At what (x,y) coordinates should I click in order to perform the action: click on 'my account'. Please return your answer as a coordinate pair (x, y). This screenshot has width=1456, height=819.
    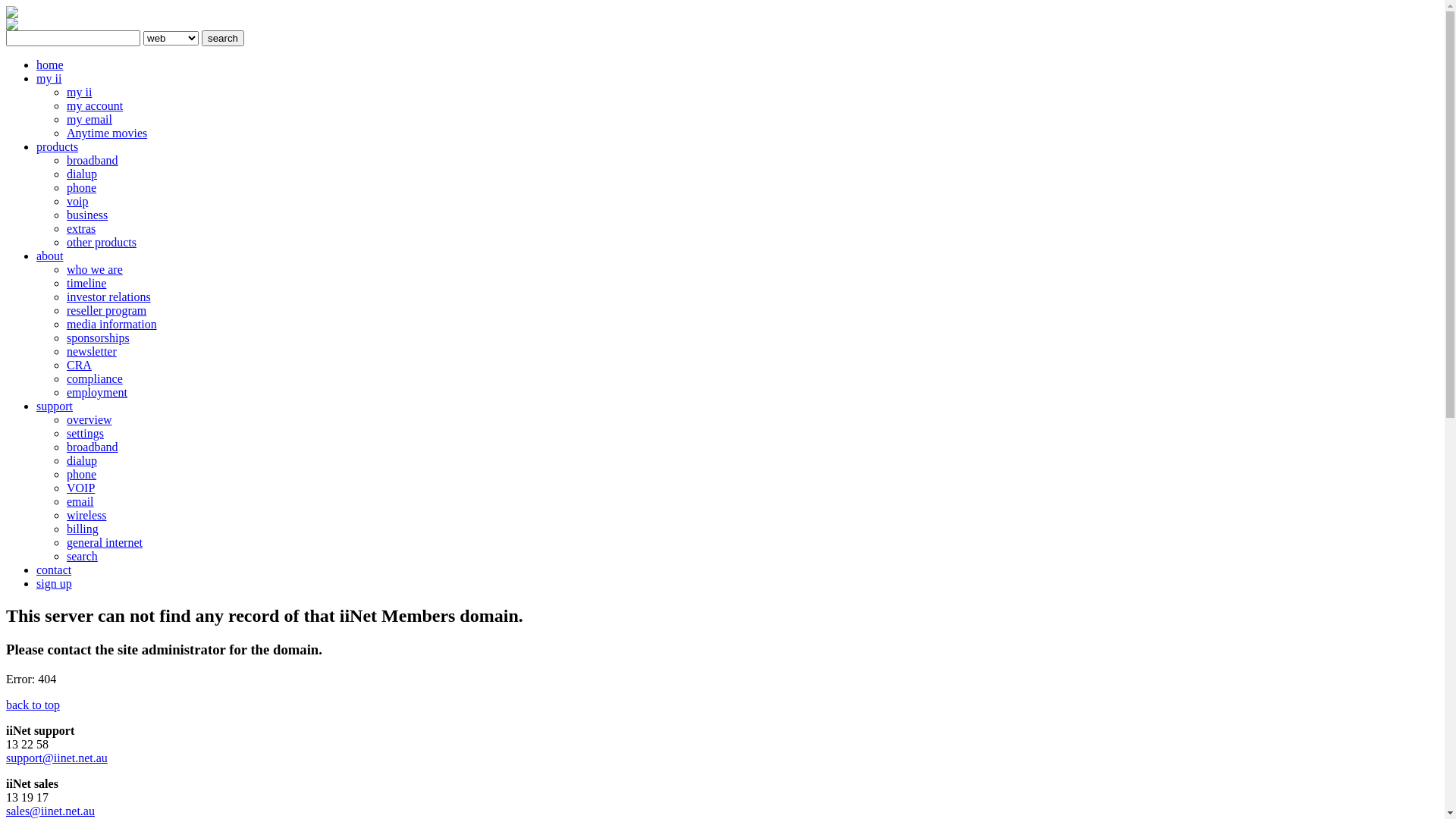
    Looking at the image, I should click on (93, 105).